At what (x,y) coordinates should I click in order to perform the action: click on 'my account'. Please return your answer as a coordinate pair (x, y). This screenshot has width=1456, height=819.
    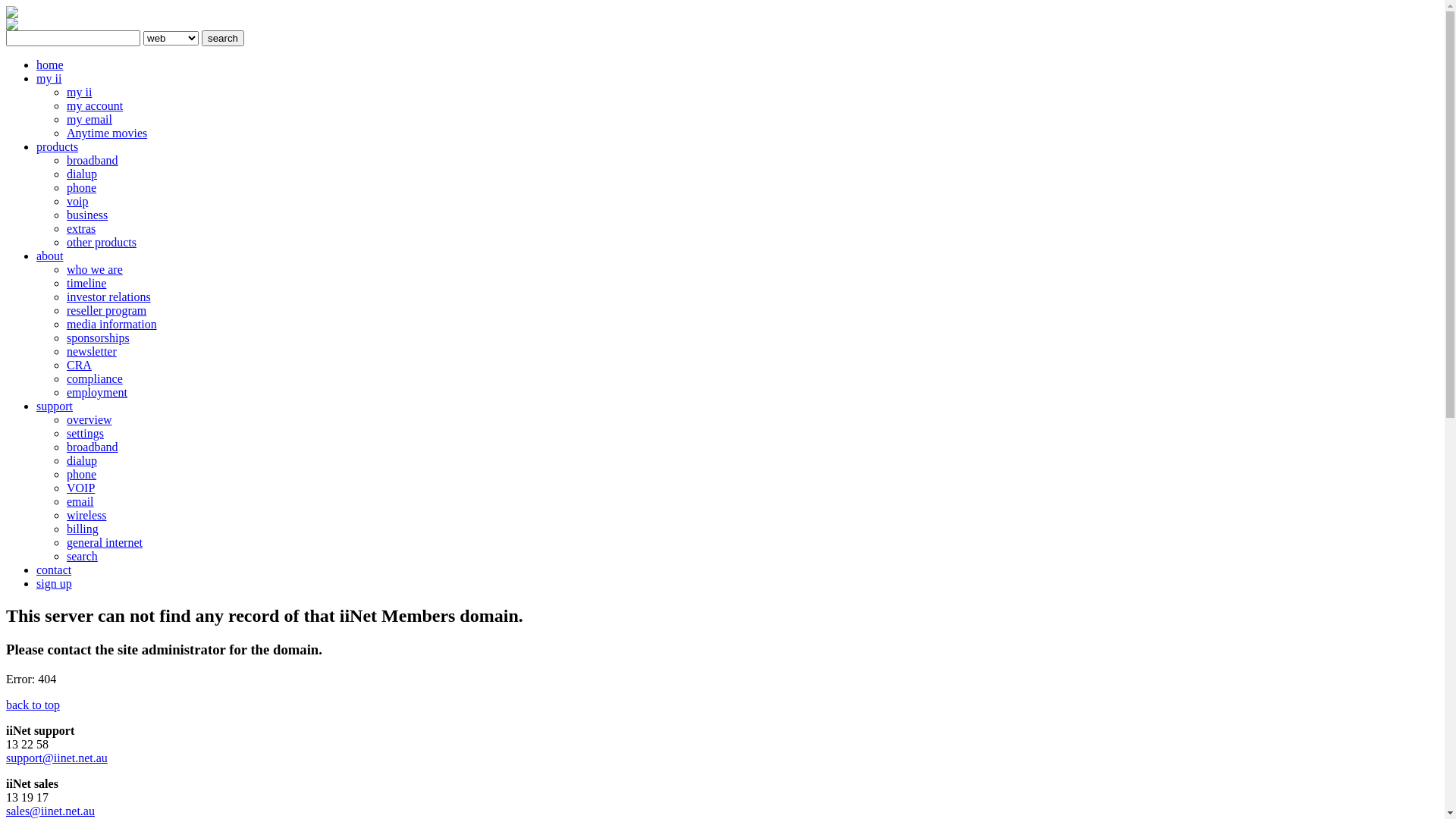
    Looking at the image, I should click on (93, 105).